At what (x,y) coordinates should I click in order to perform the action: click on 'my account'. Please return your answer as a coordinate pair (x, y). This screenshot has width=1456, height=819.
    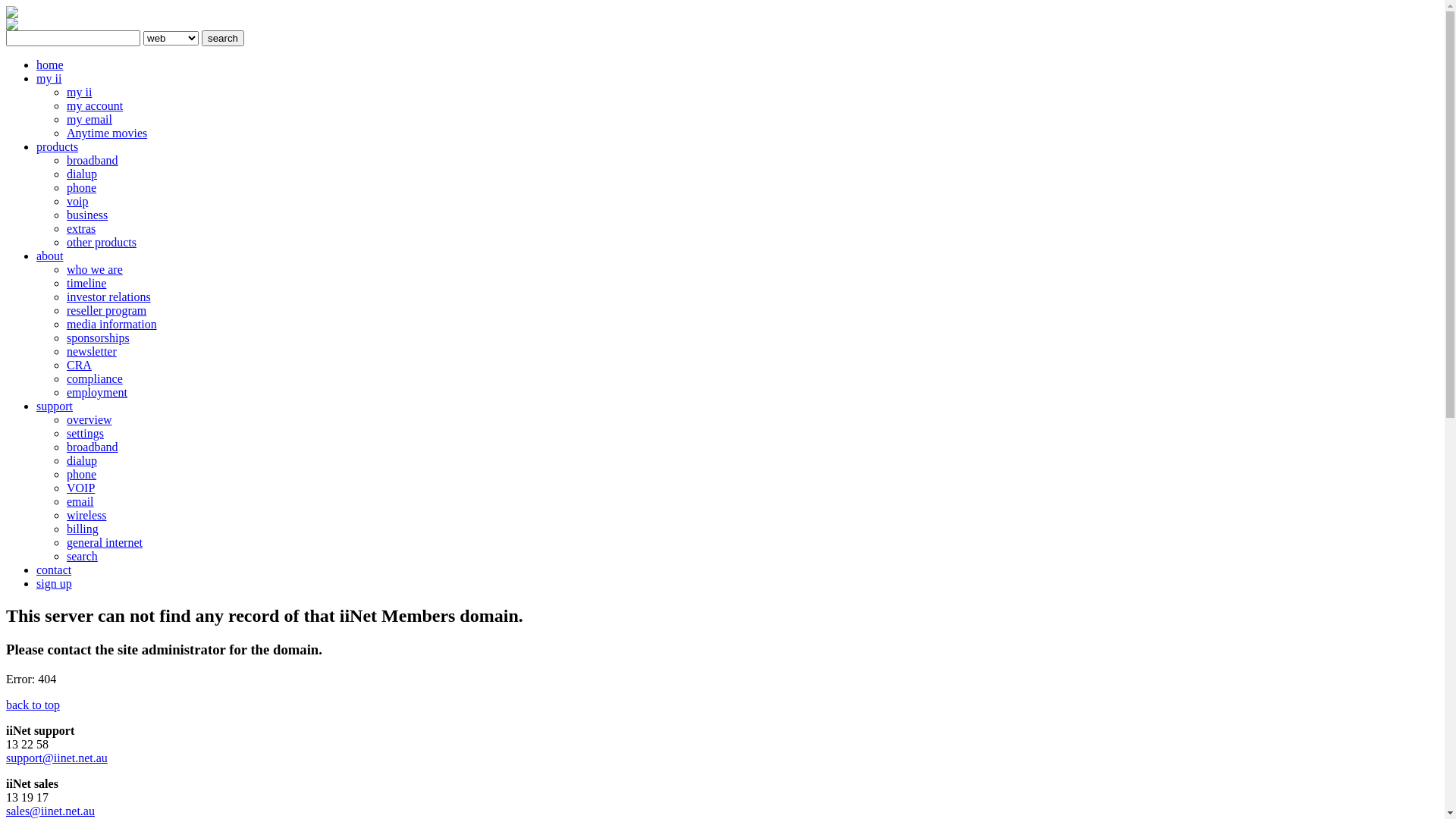
    Looking at the image, I should click on (93, 105).